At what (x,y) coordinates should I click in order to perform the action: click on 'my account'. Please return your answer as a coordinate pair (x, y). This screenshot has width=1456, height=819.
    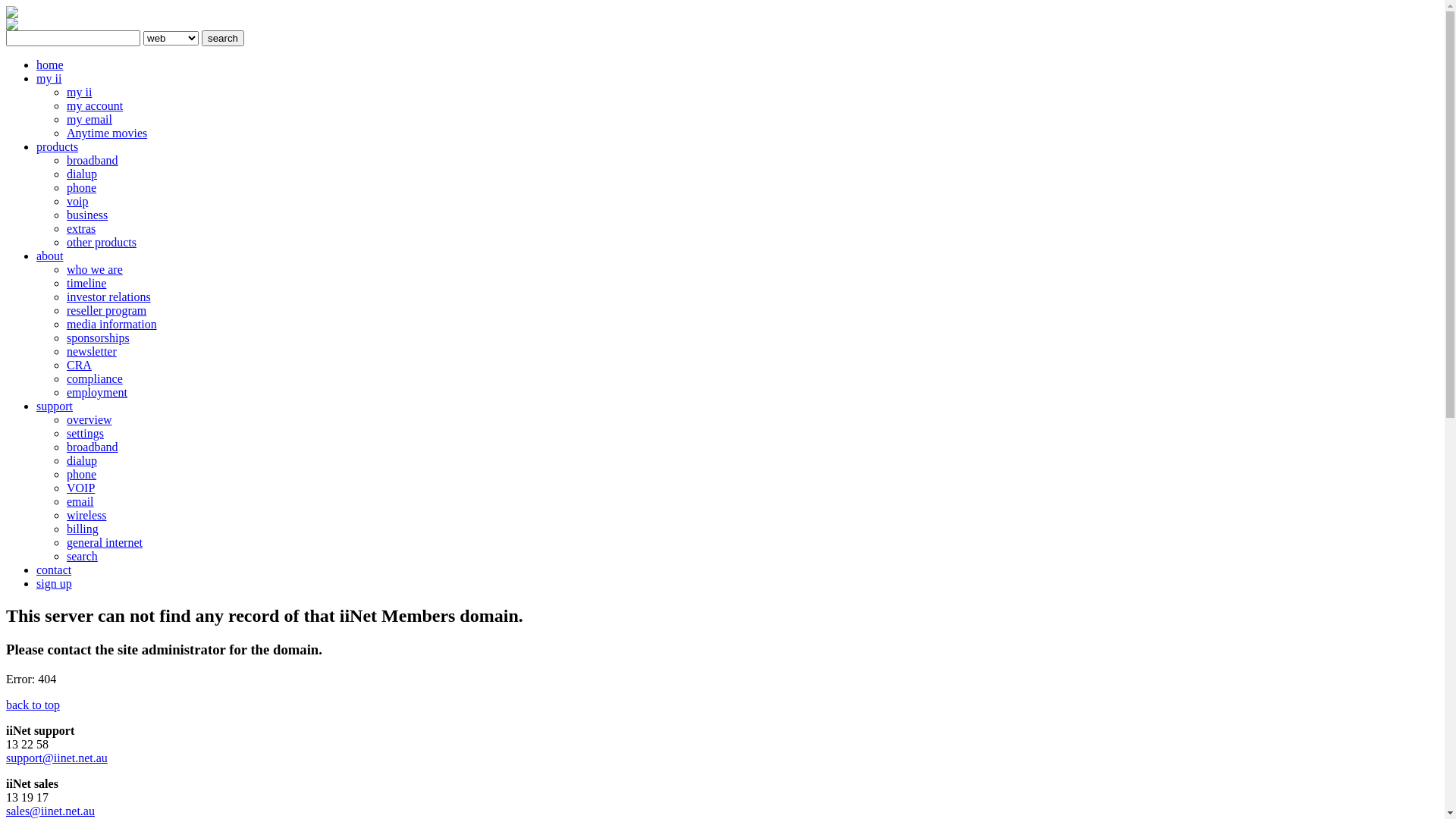
    Looking at the image, I should click on (93, 105).